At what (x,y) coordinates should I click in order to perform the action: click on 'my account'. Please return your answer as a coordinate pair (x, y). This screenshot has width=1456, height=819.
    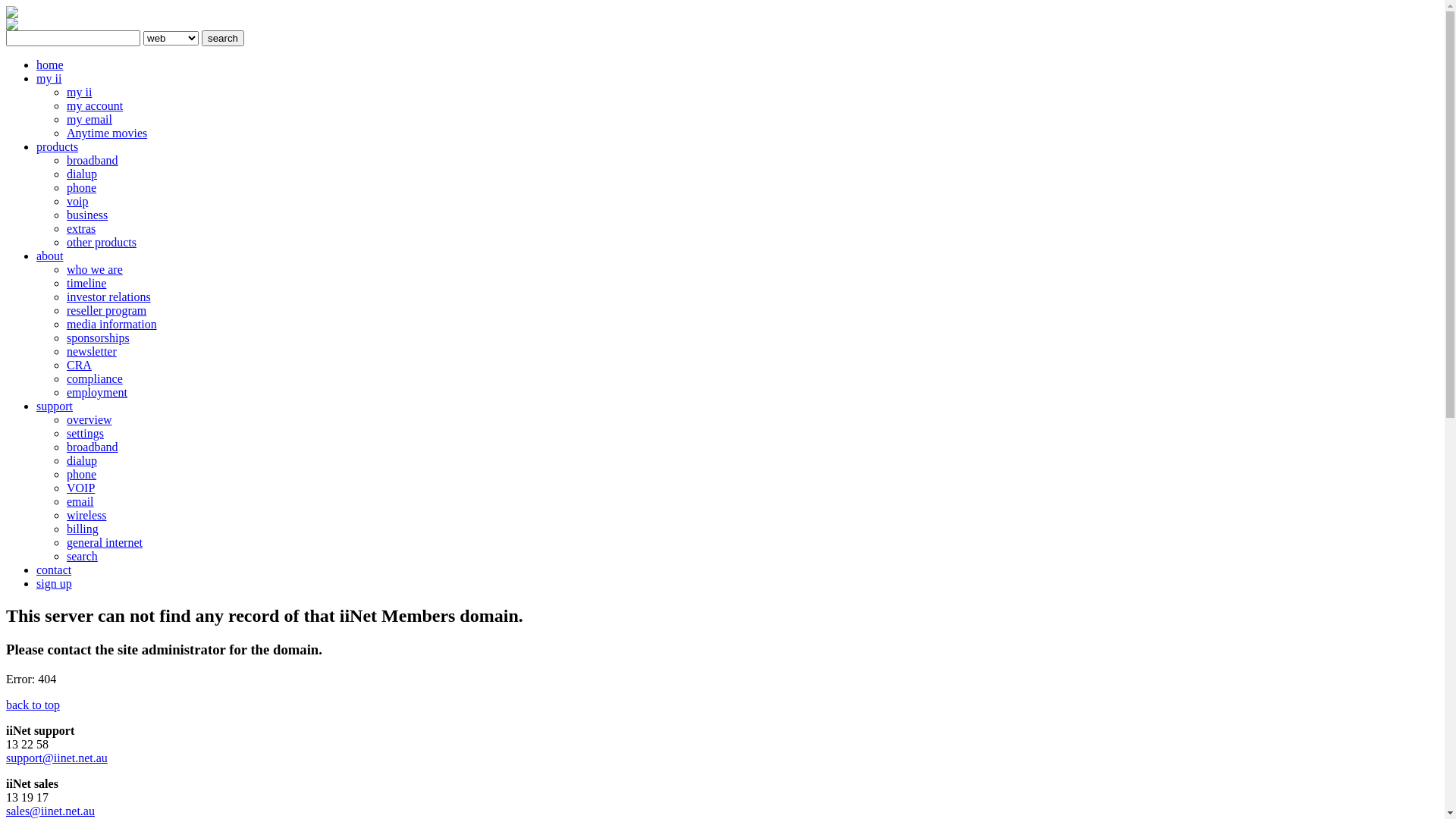
    Looking at the image, I should click on (93, 105).